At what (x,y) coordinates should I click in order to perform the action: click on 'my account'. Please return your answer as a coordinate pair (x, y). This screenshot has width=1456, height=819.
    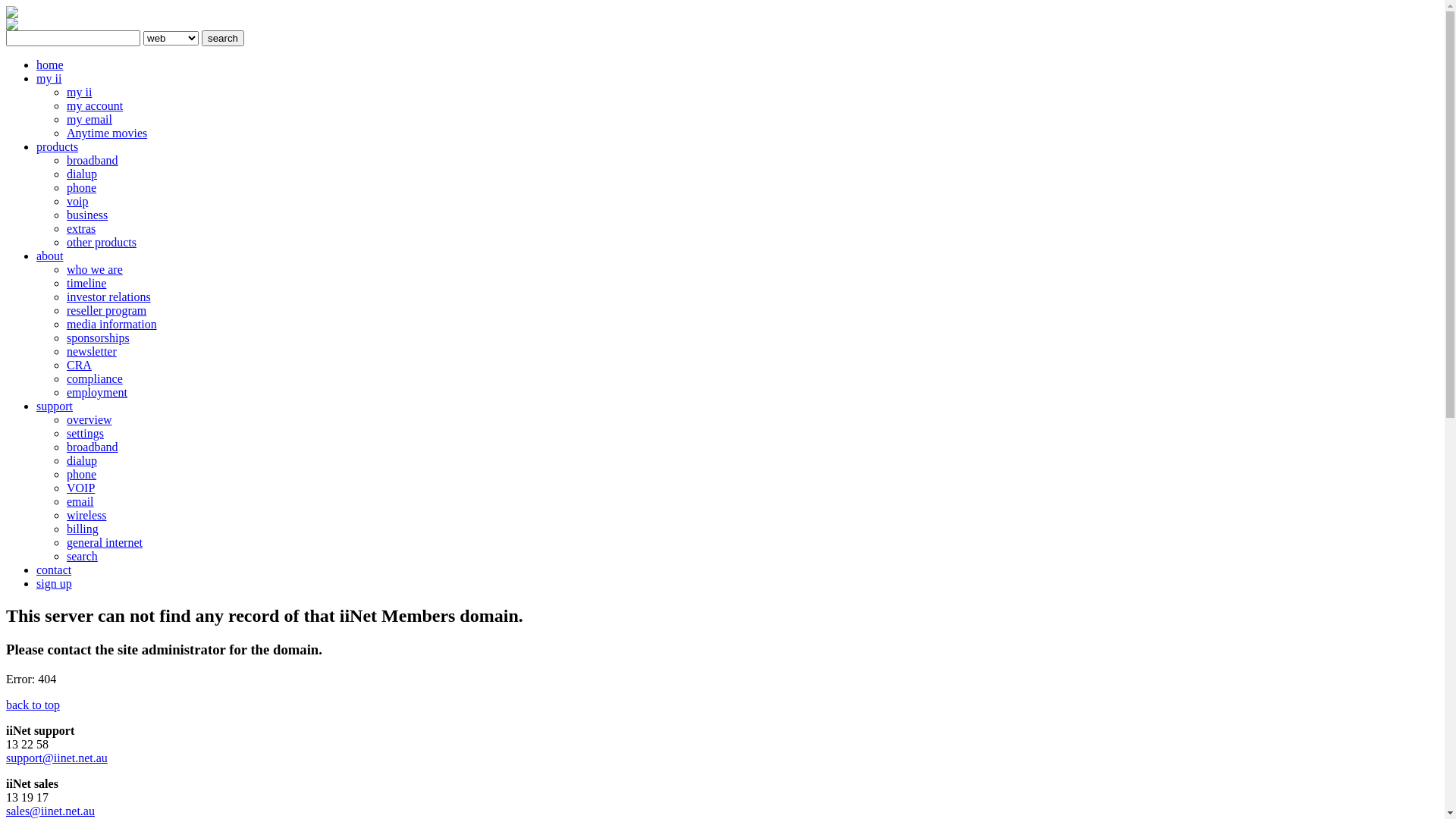
    Looking at the image, I should click on (93, 105).